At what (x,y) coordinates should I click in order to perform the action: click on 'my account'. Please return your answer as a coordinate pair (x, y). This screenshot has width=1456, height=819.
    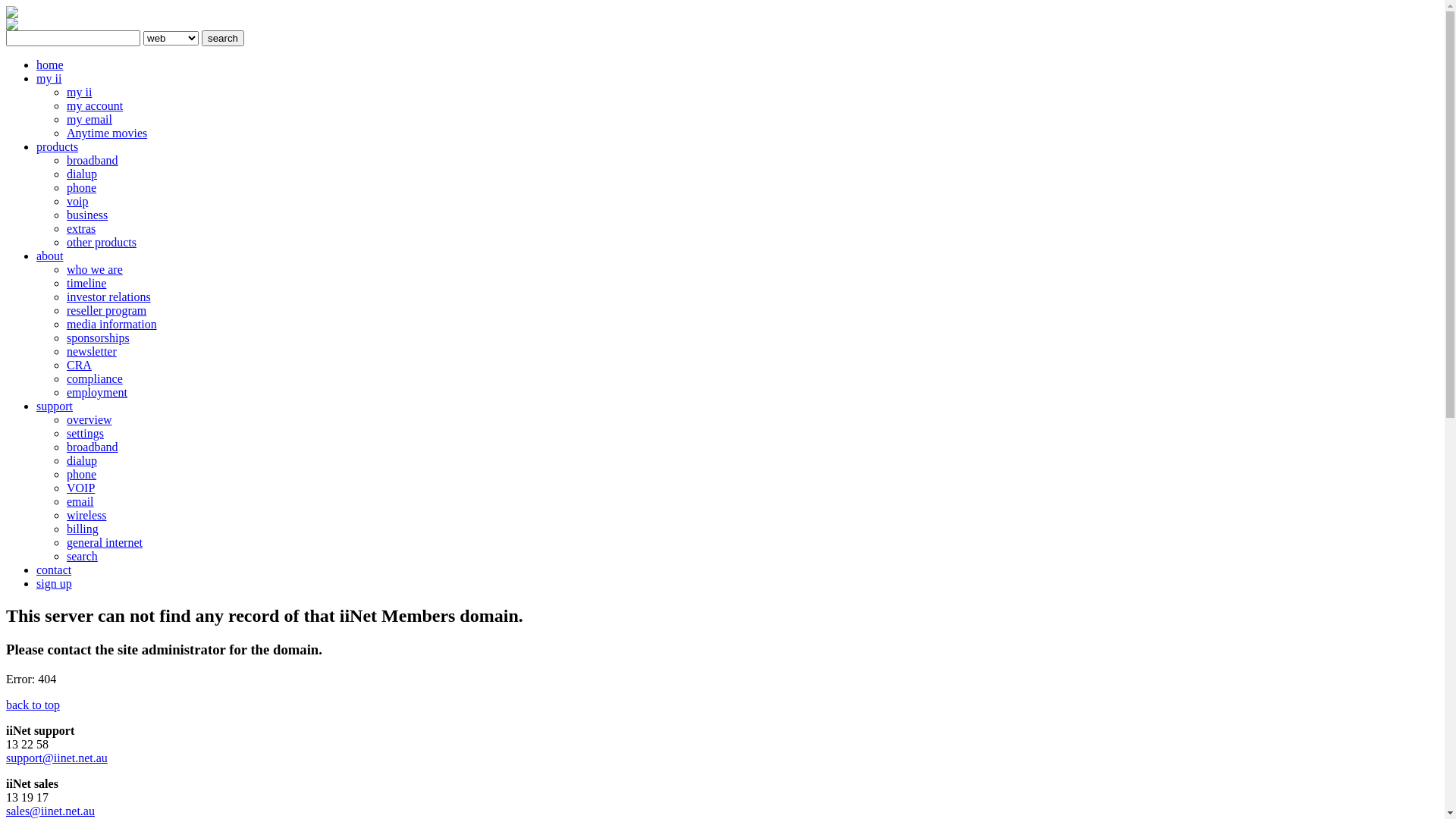
    Looking at the image, I should click on (93, 105).